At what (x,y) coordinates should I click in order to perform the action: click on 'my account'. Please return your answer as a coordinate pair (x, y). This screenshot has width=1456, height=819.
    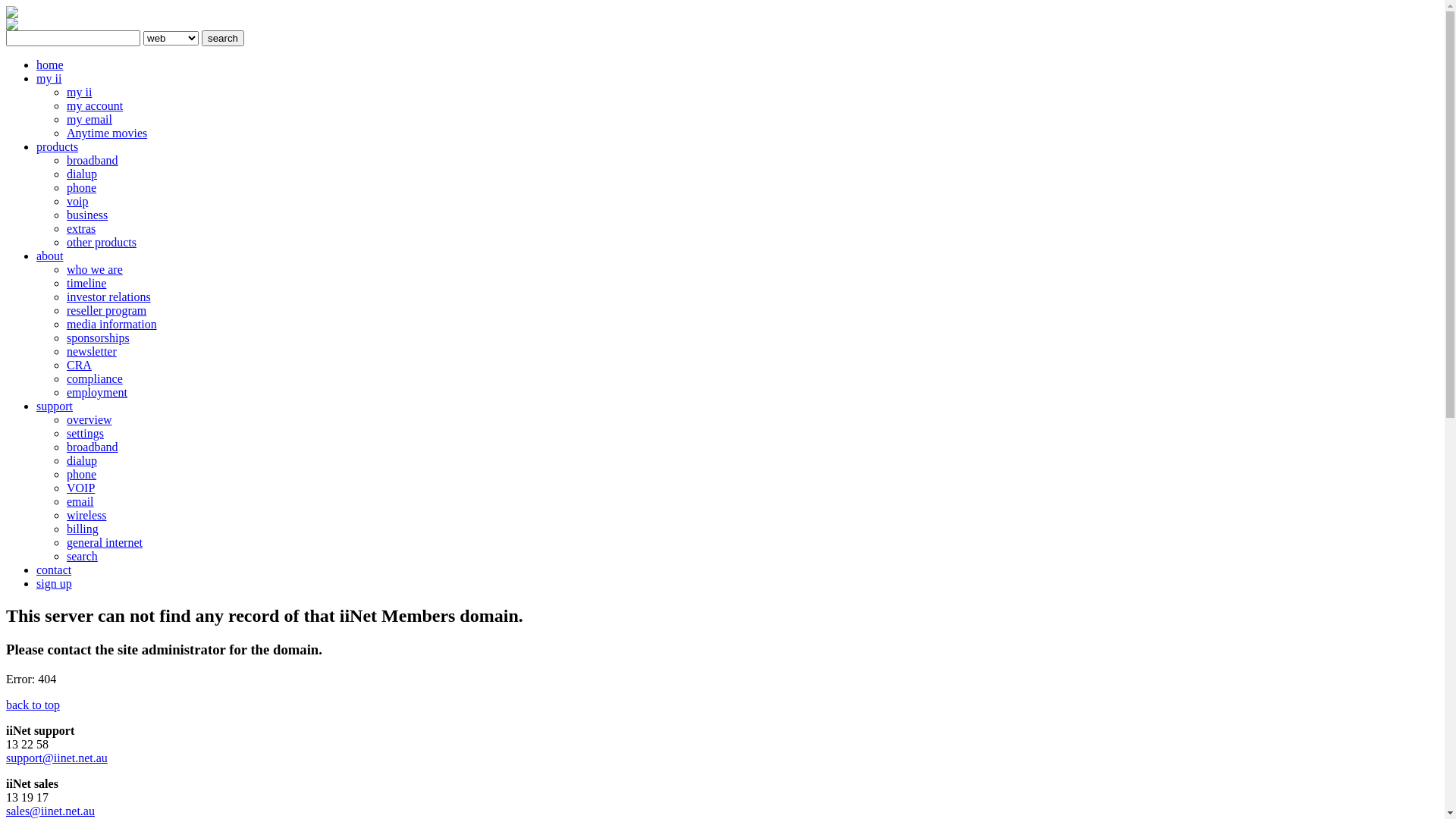
    Looking at the image, I should click on (93, 105).